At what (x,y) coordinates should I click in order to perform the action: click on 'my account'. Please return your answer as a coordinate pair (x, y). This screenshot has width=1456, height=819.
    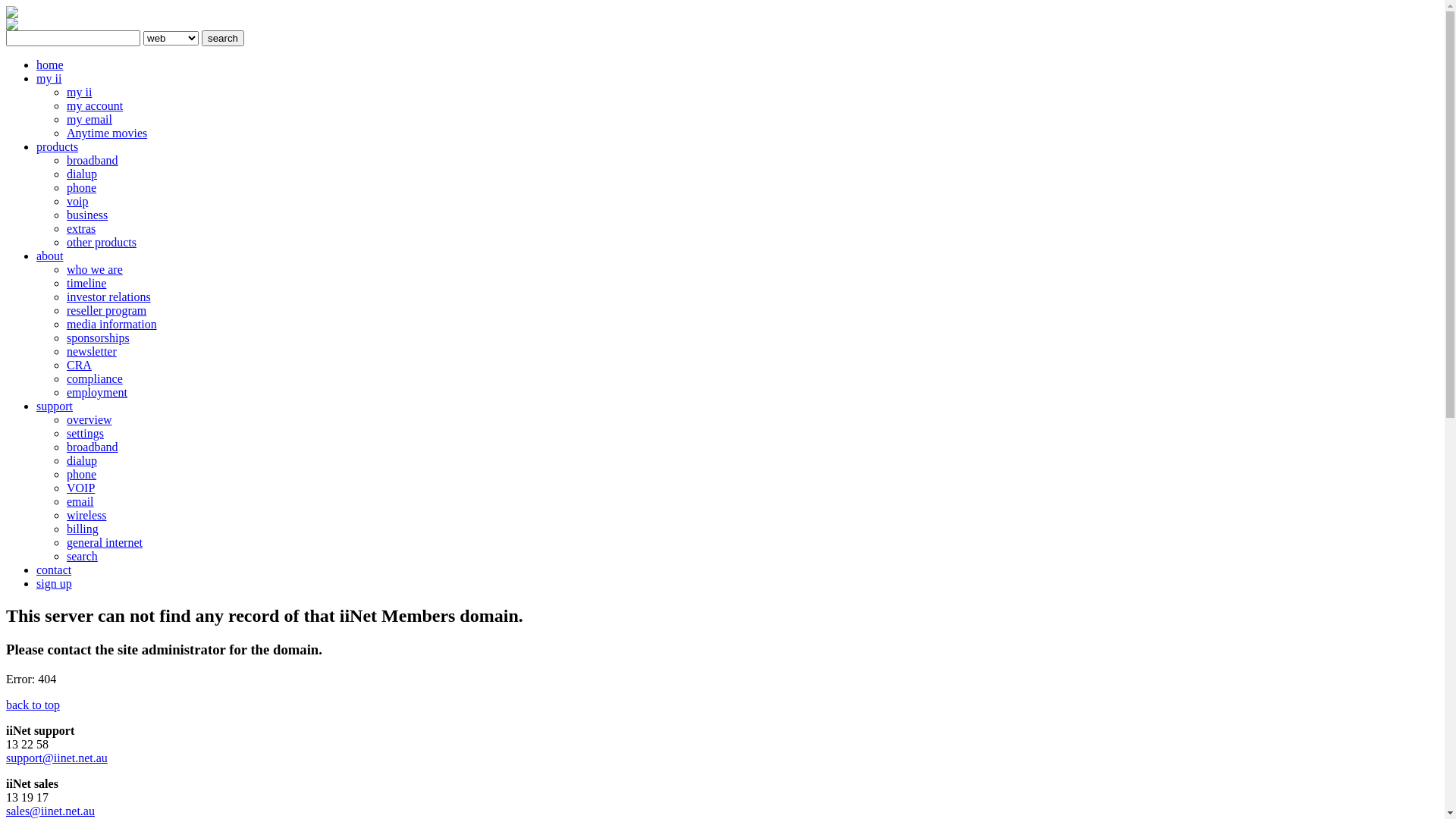
    Looking at the image, I should click on (93, 105).